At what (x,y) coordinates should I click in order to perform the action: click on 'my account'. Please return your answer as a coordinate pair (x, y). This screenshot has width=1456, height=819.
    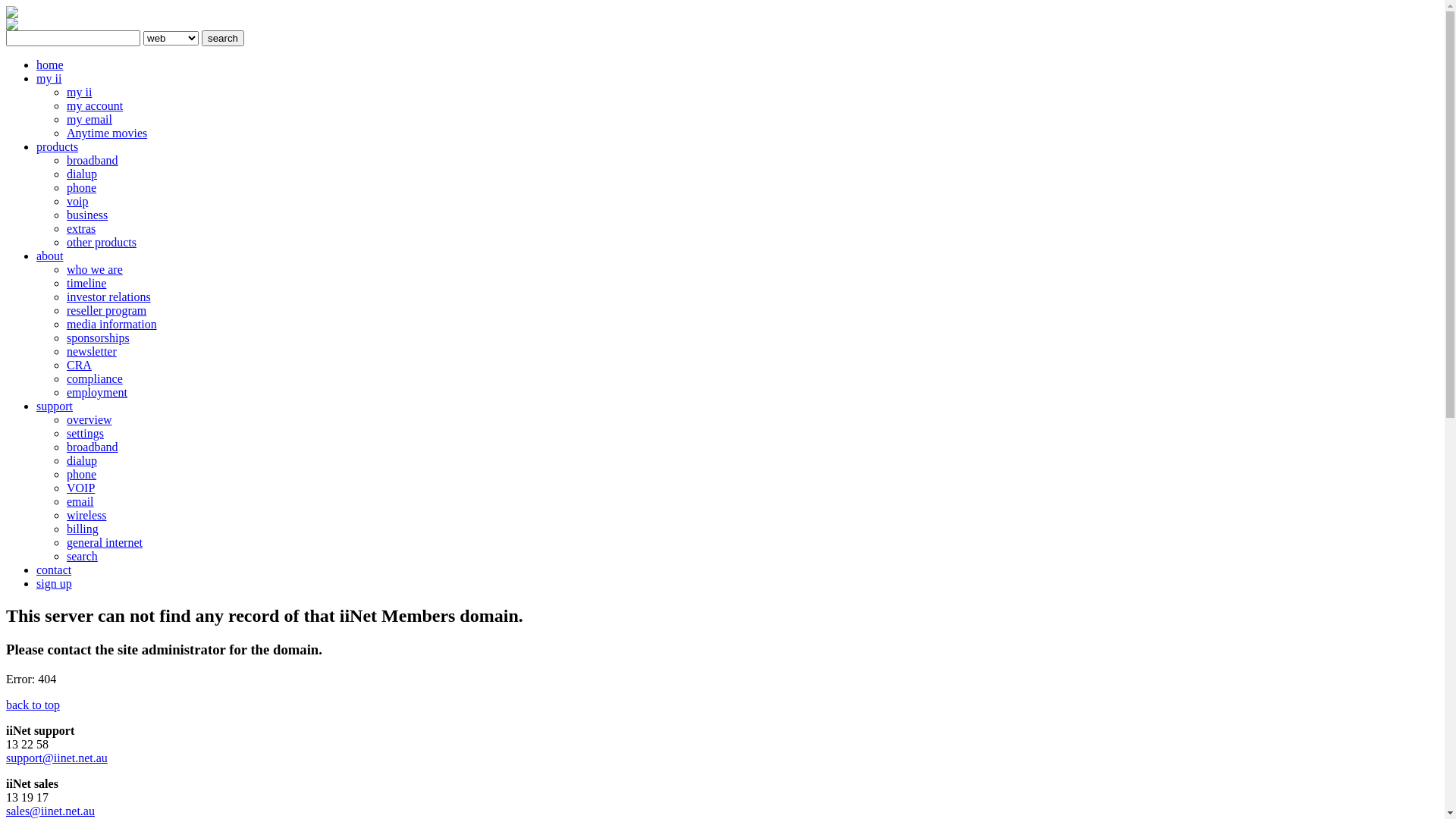
    Looking at the image, I should click on (93, 105).